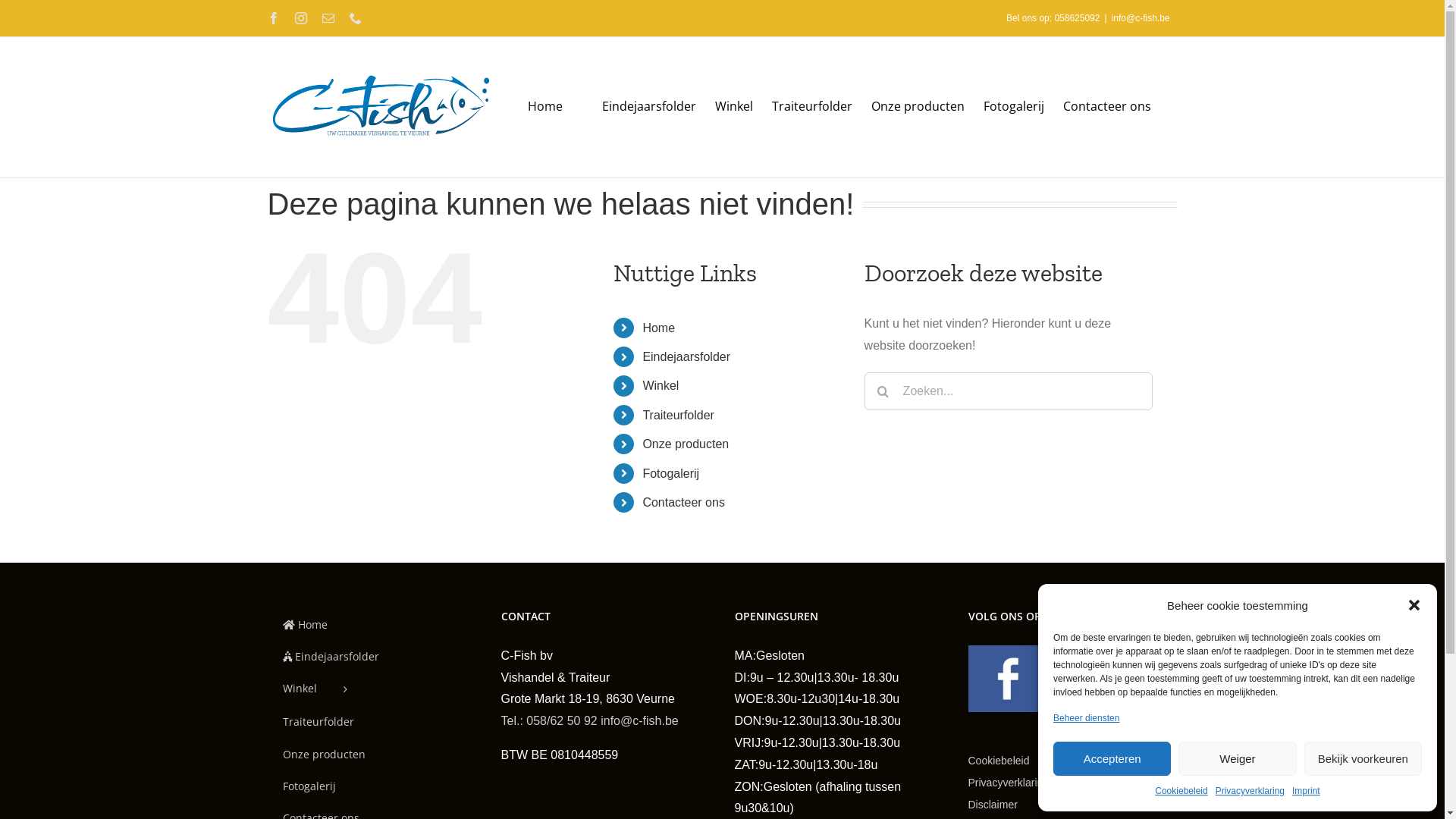 Image resolution: width=1456 pixels, height=819 pixels. I want to click on 'Tel.: 058/62 50 92', so click(548, 720).